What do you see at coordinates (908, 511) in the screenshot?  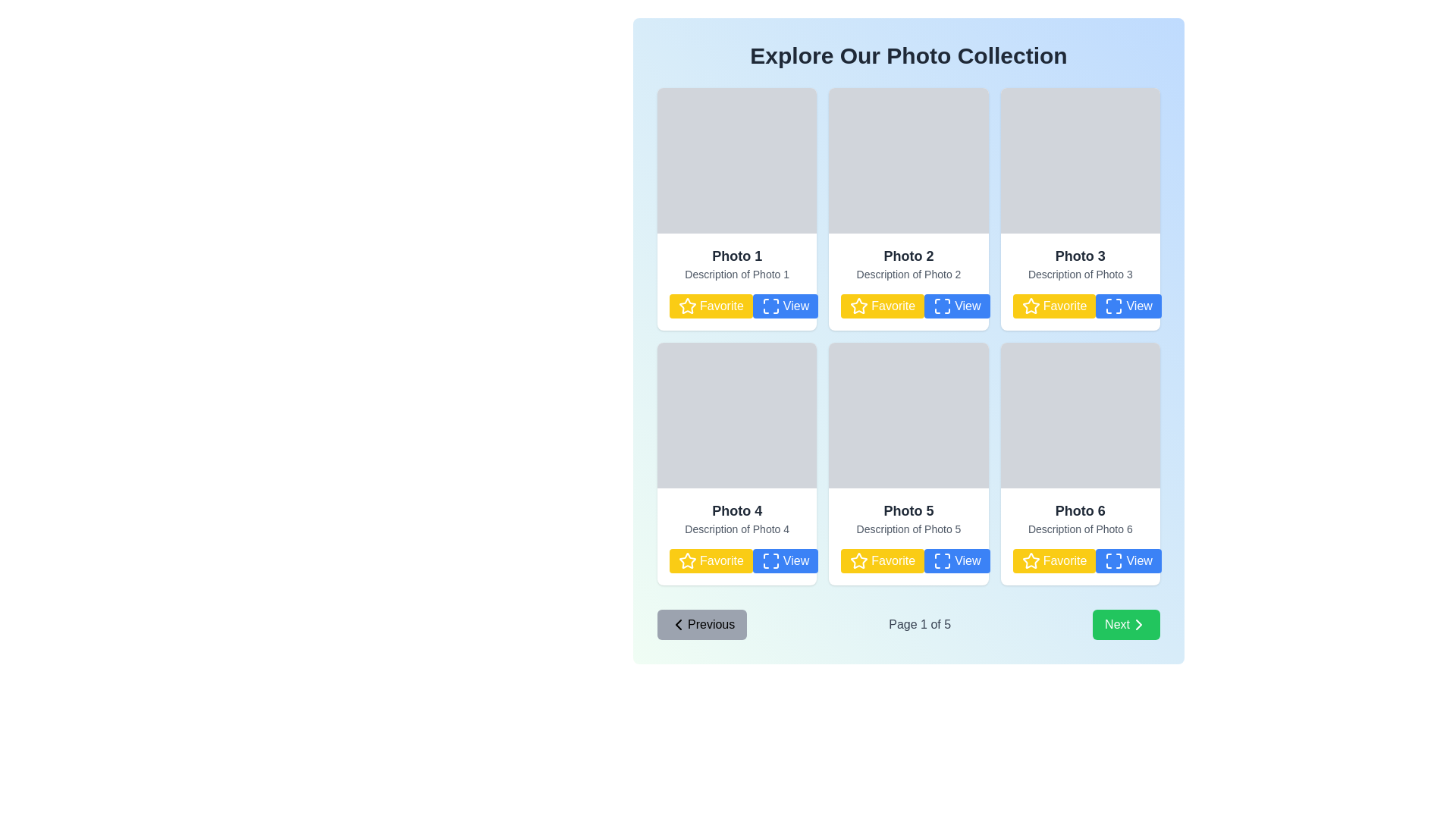 I see `the text label displaying 'Photo 5', which is prominently located in the second row and second column of the photo information card grid layout` at bounding box center [908, 511].